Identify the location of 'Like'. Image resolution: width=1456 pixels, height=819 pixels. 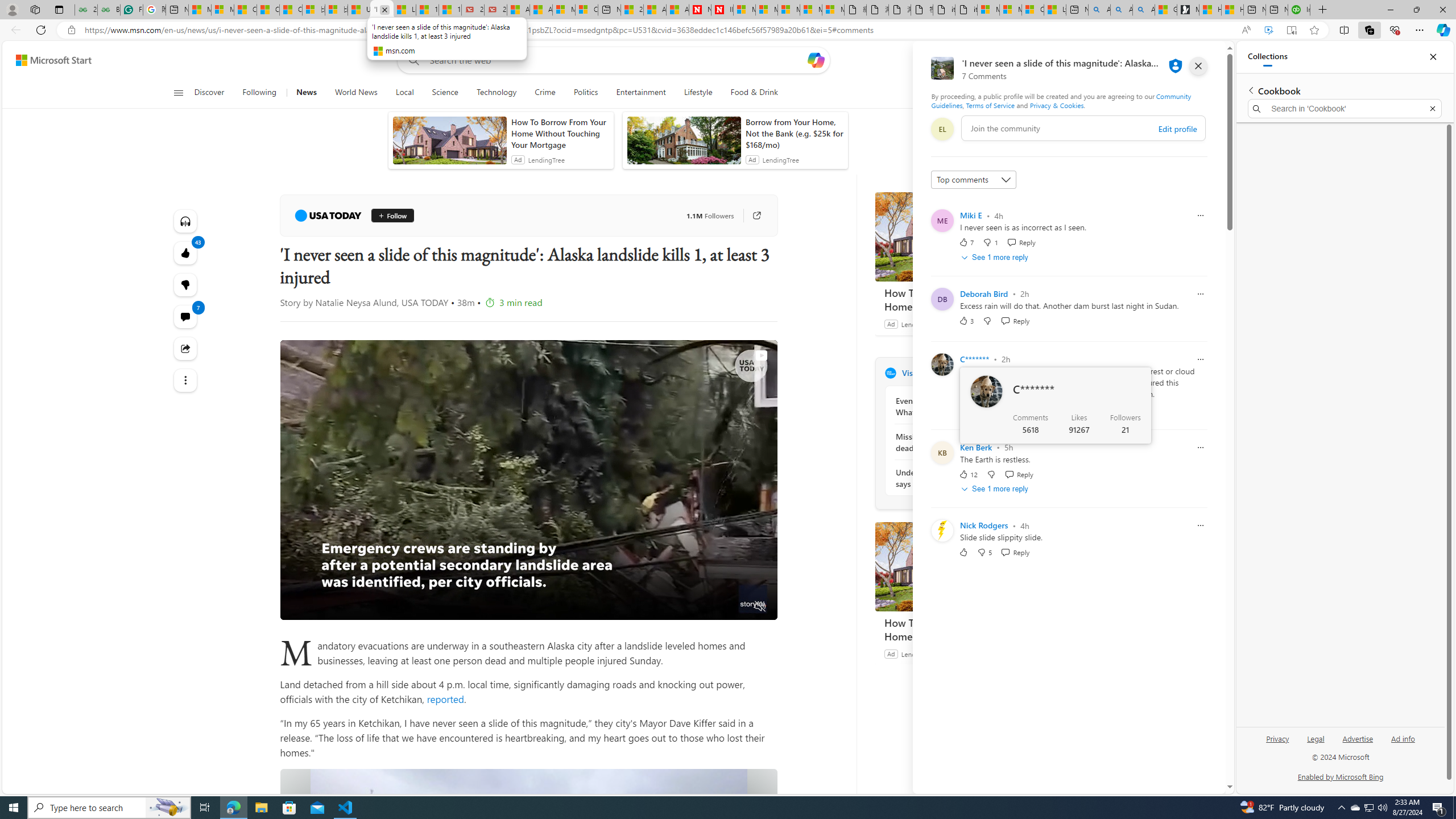
(962, 552).